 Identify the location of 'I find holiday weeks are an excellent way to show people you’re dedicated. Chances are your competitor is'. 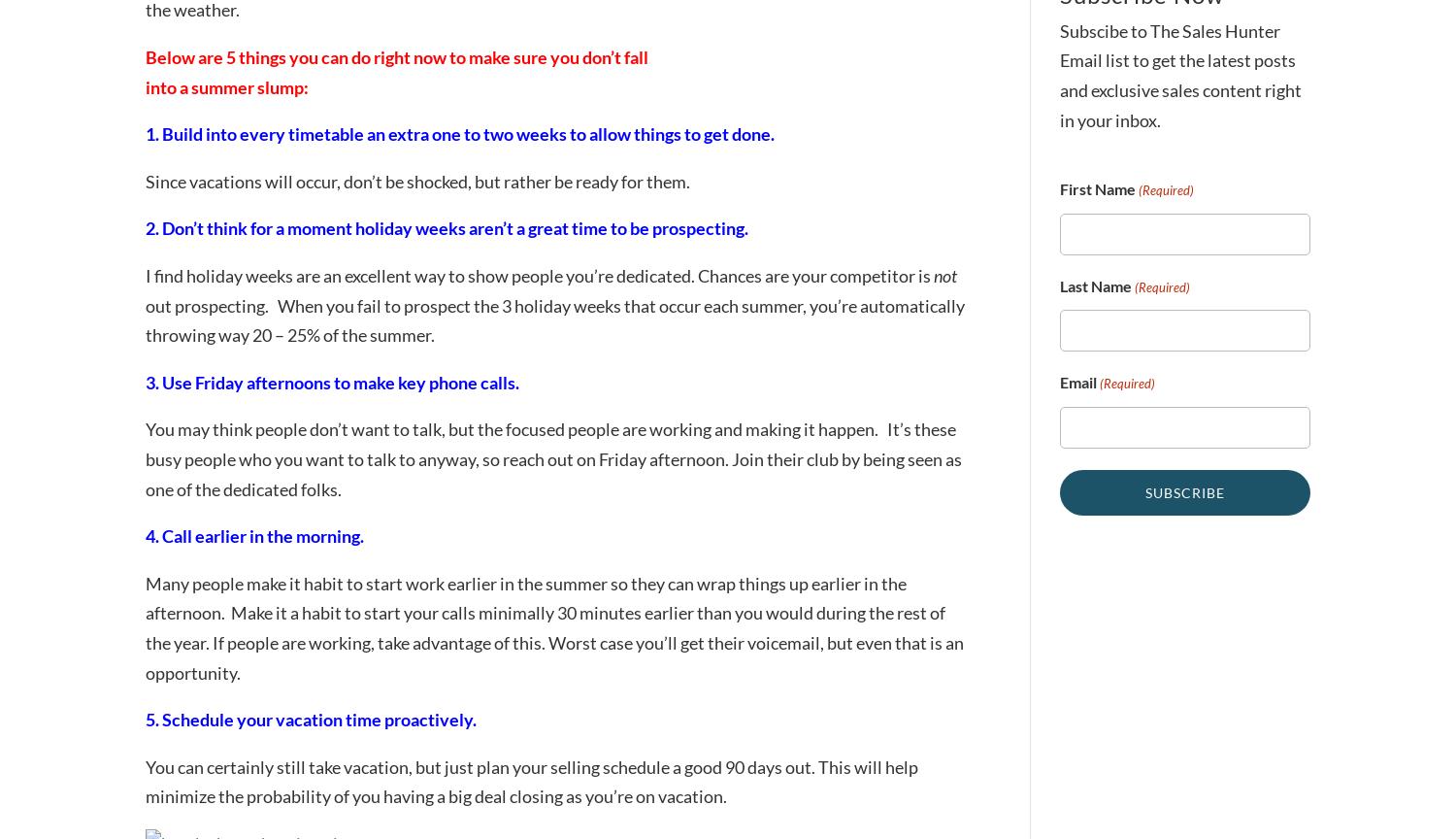
(540, 275).